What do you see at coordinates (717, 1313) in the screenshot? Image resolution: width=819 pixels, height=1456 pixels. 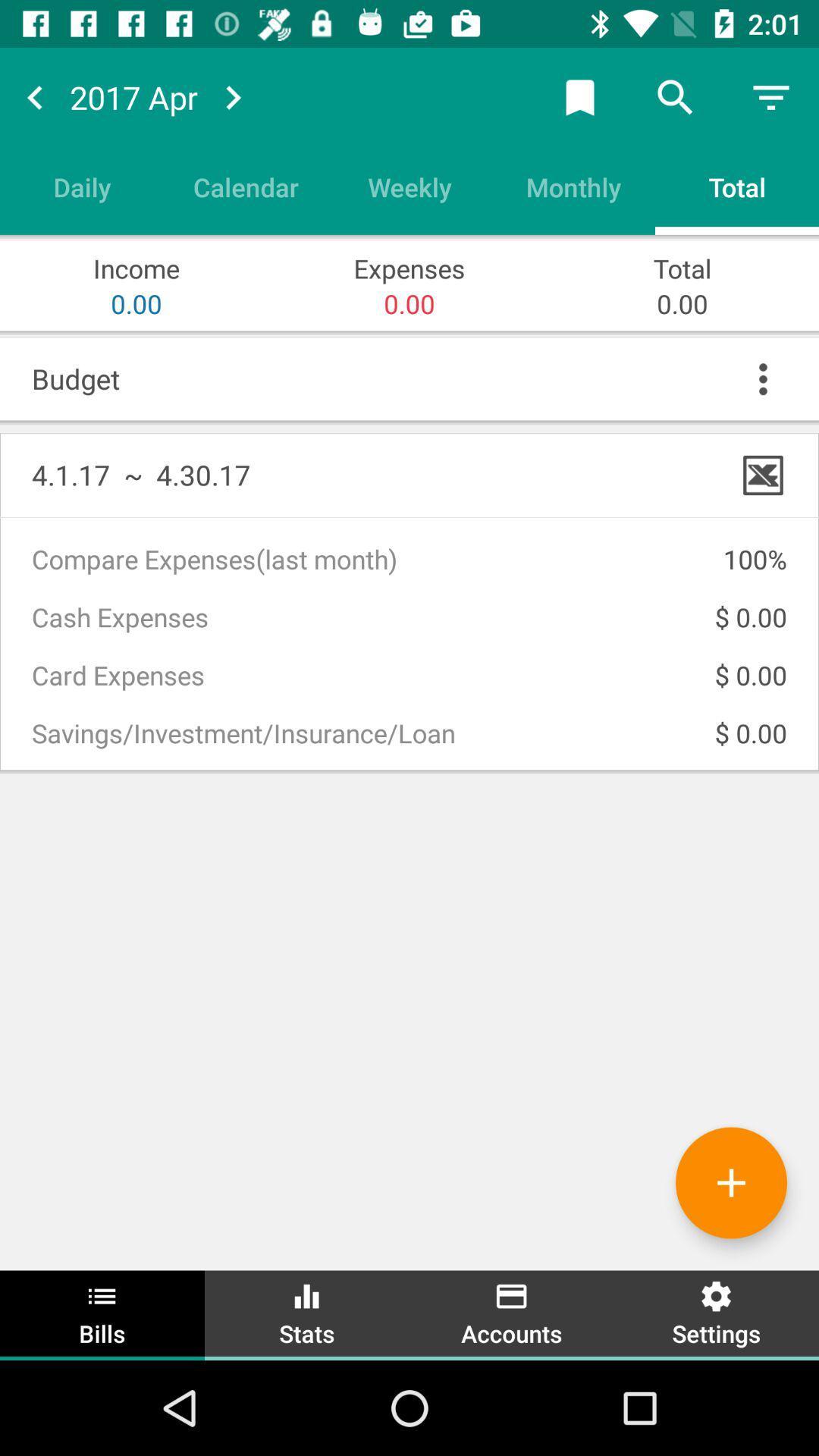 I see `settings item` at bounding box center [717, 1313].